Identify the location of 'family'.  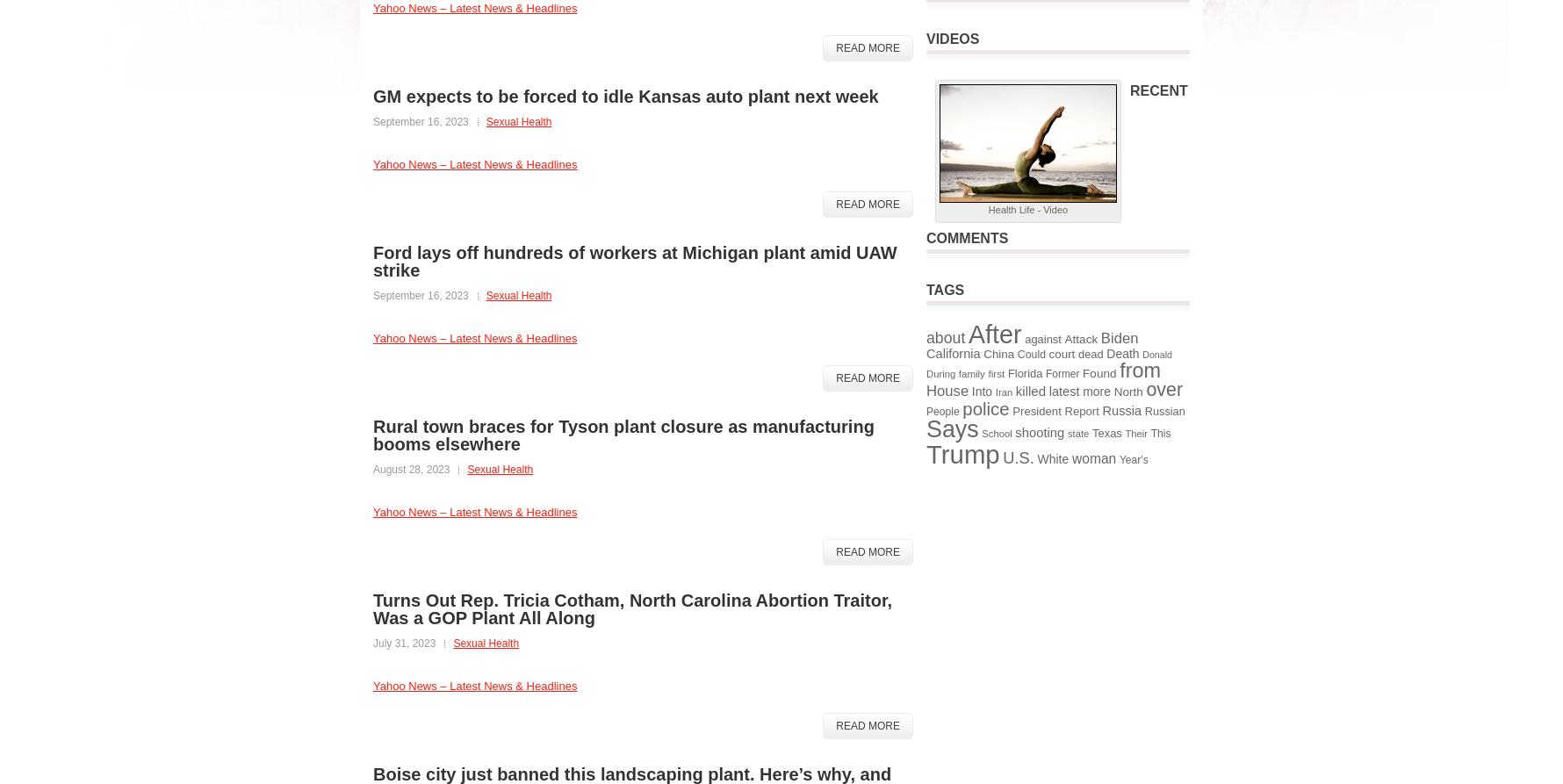
(957, 372).